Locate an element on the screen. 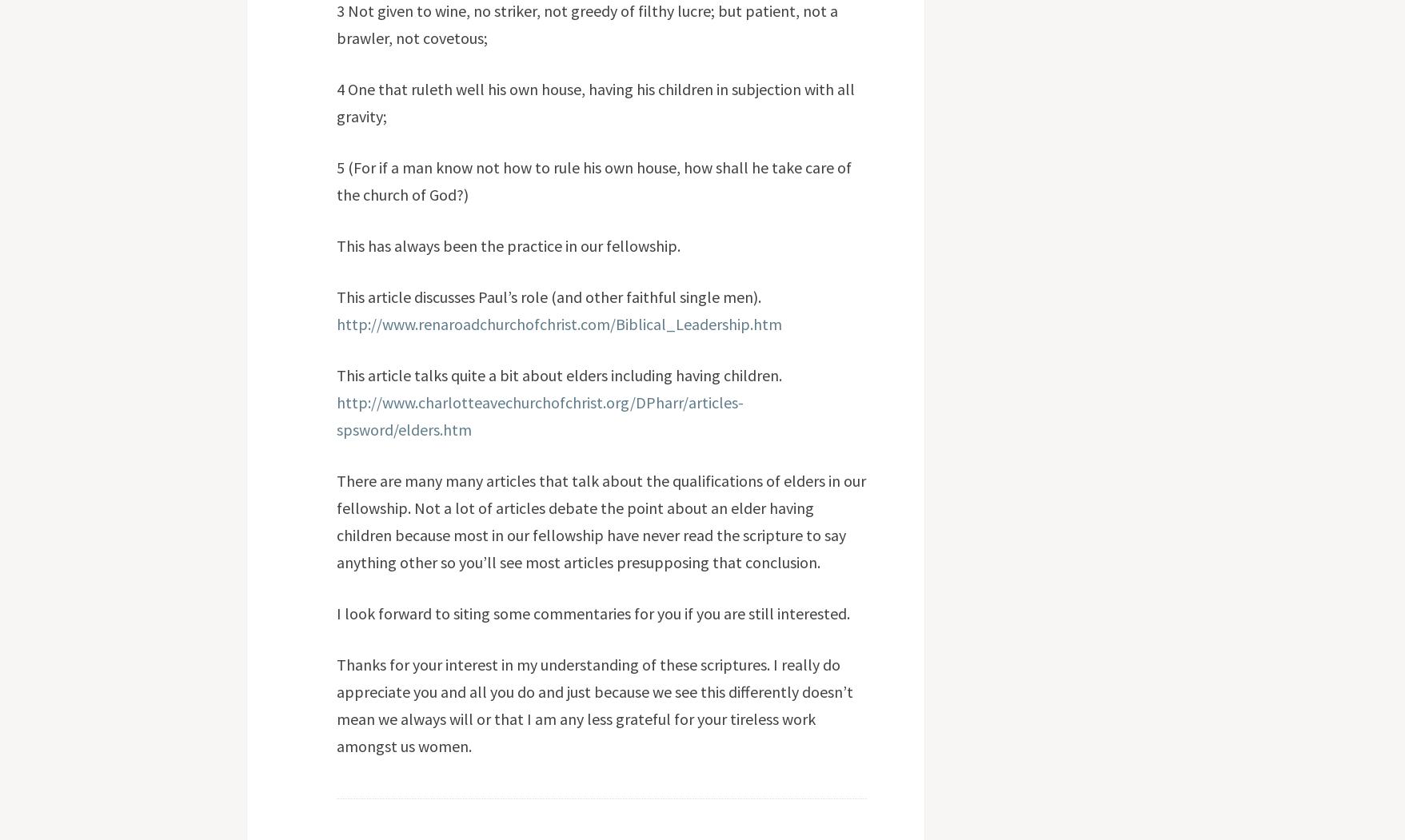  'This article talks quite a bit about elders including having children.' is located at coordinates (557, 373).